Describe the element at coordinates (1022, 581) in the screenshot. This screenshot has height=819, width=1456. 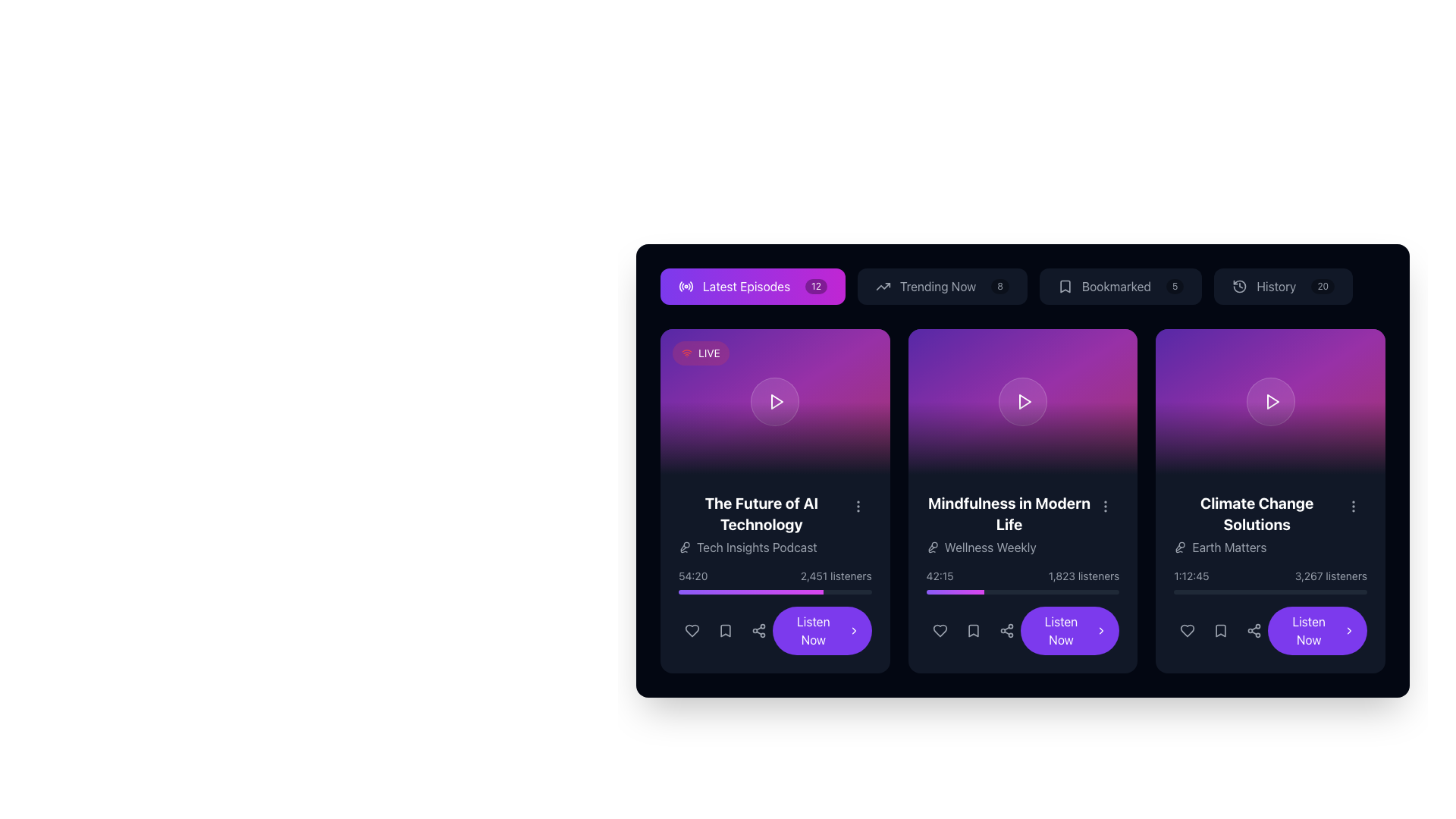
I see `displayed information on the Informational display with a progress bar showing '42:15' and '1,823 listeners' below the title 'Mindfulness in Modern Life.'` at that location.